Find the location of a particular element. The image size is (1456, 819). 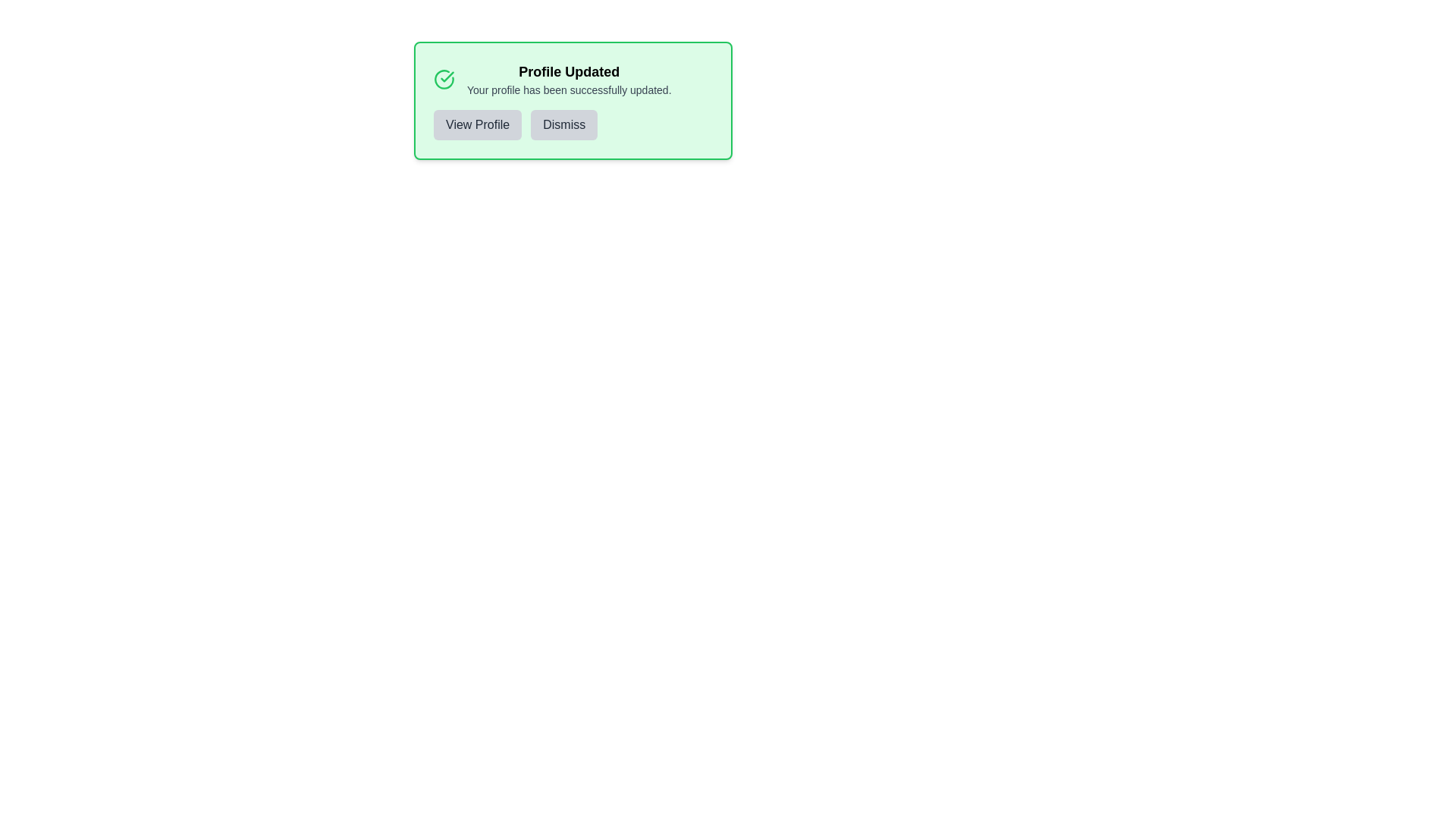

the green checkmark icon within the notification message box indicating a successful operation, located at the top left corner near the title text 'Profile Updated' is located at coordinates (447, 77).